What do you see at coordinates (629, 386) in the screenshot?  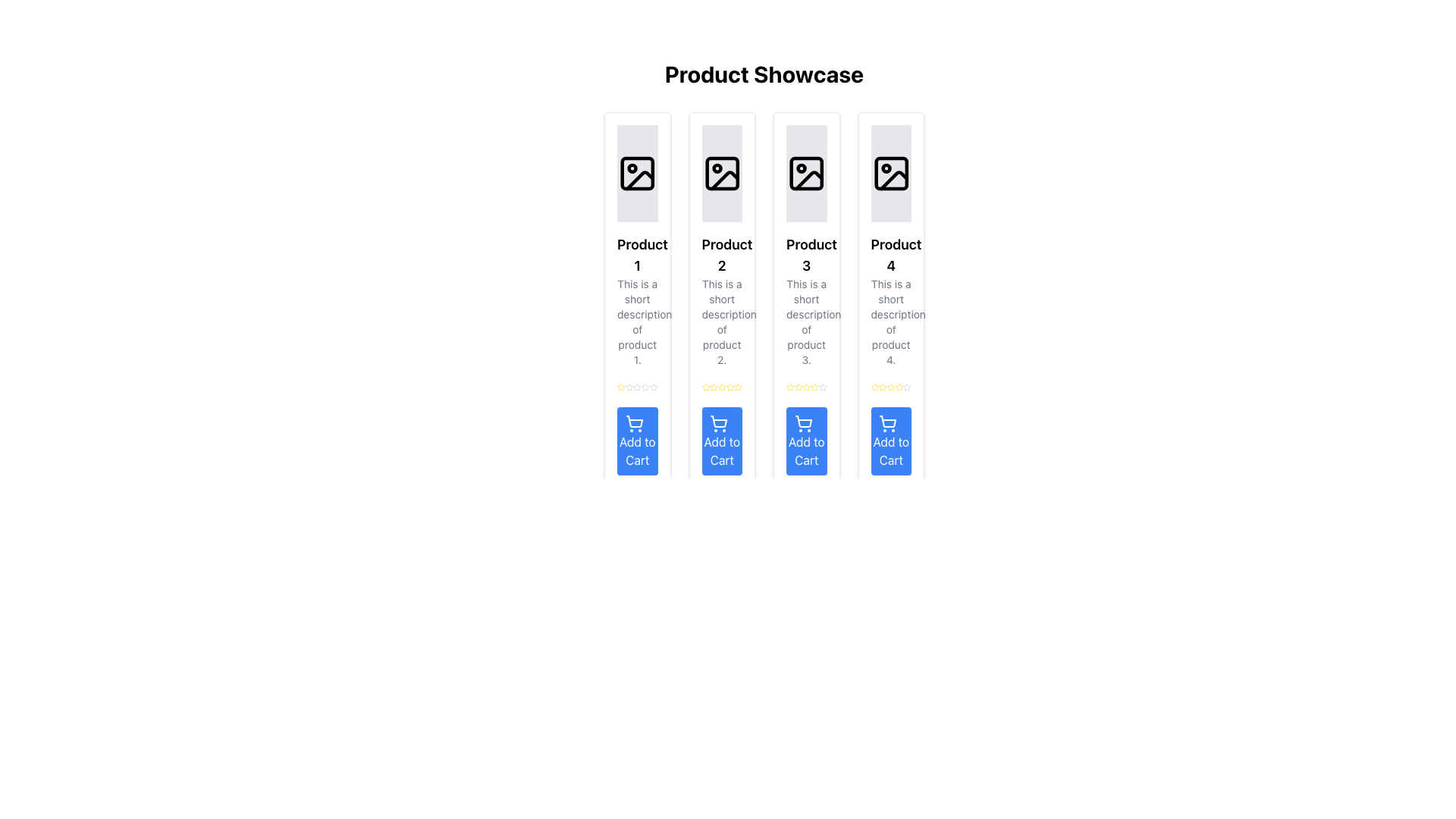 I see `the second star icon in the rating section of the first product card, which visually indicates a specific rating for the product` at bounding box center [629, 386].